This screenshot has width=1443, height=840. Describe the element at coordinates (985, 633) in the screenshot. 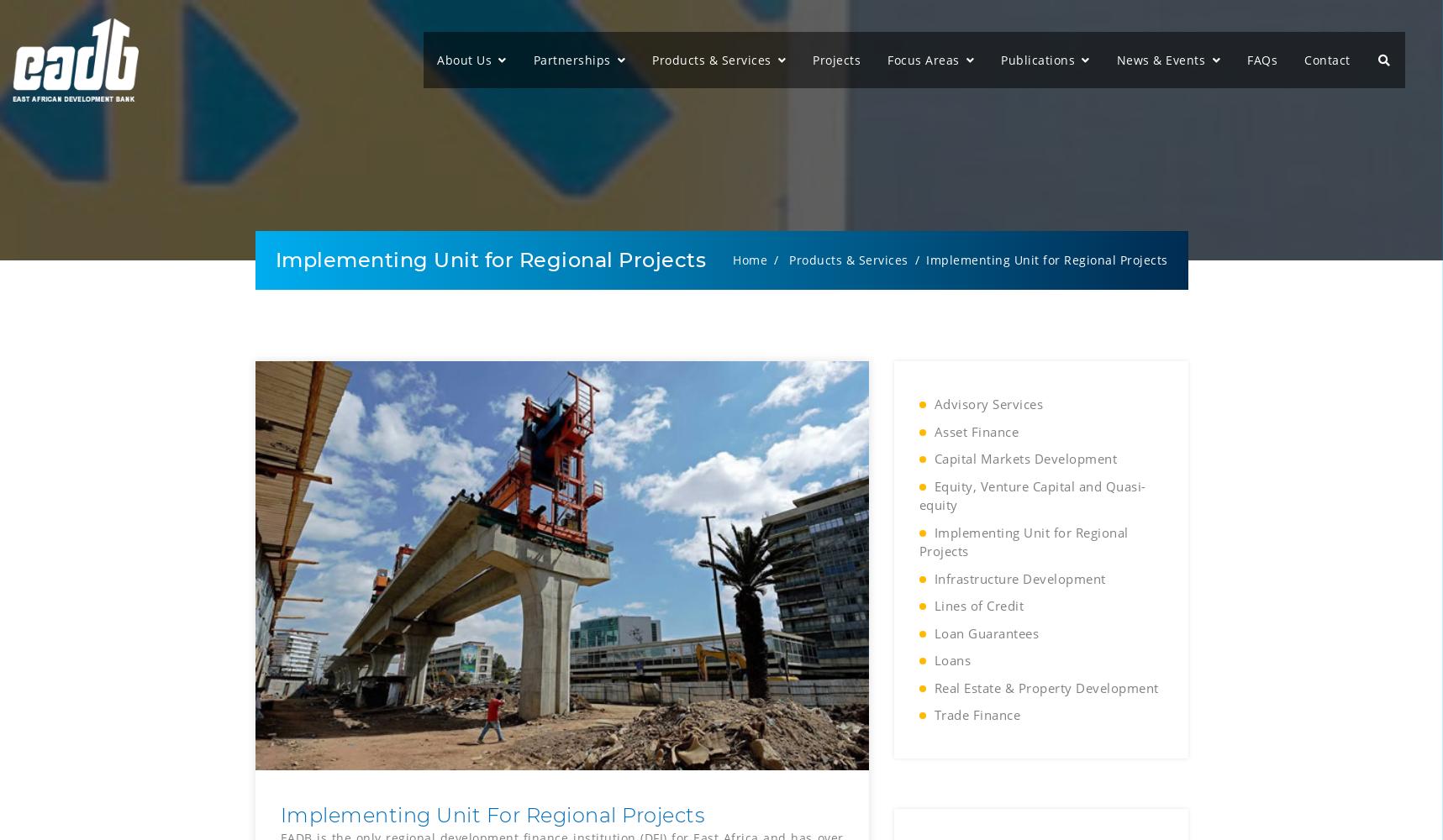

I see `'Loan Guarantees'` at that location.